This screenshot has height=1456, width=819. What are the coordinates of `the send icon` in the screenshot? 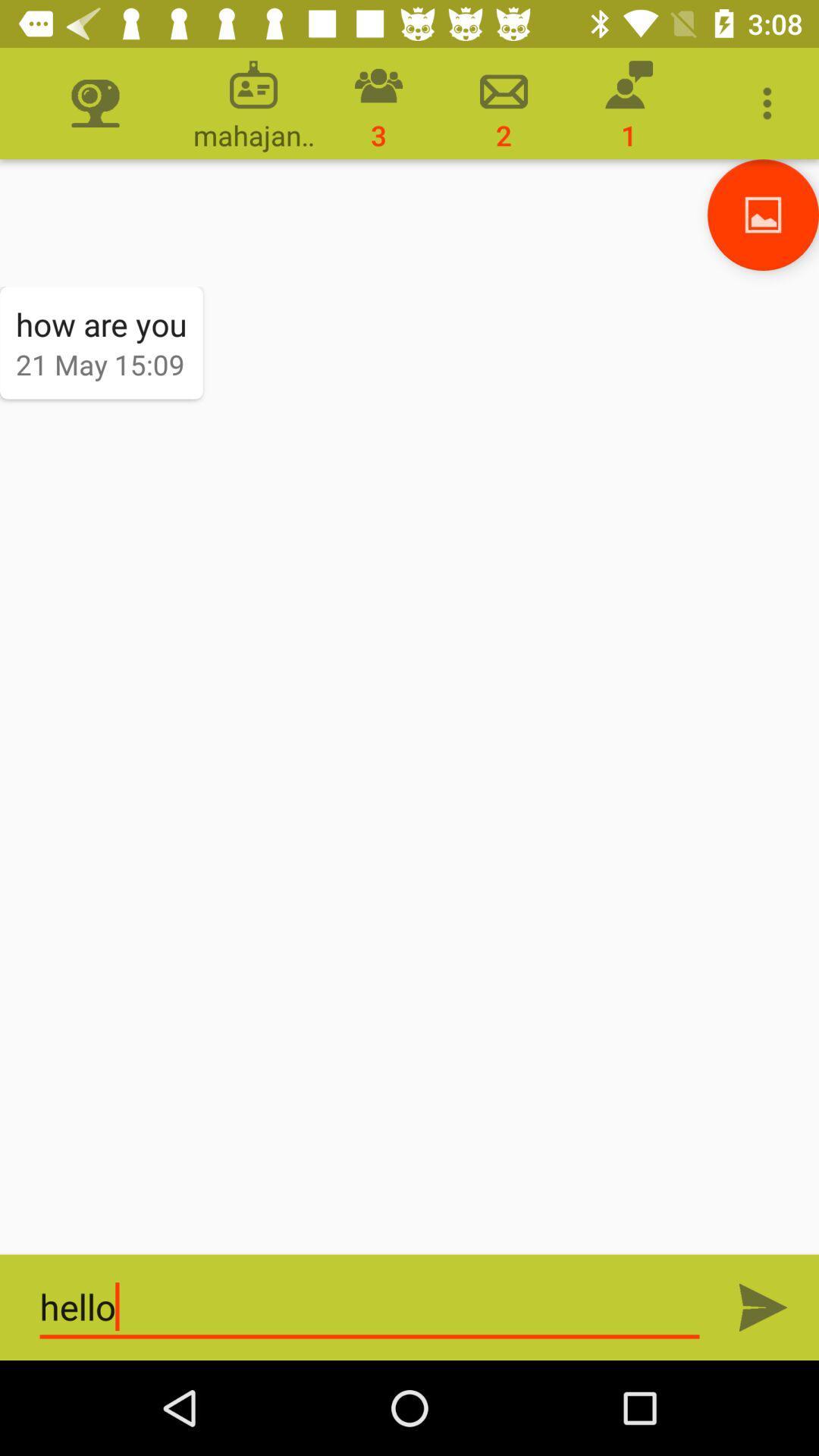 It's located at (763, 1307).